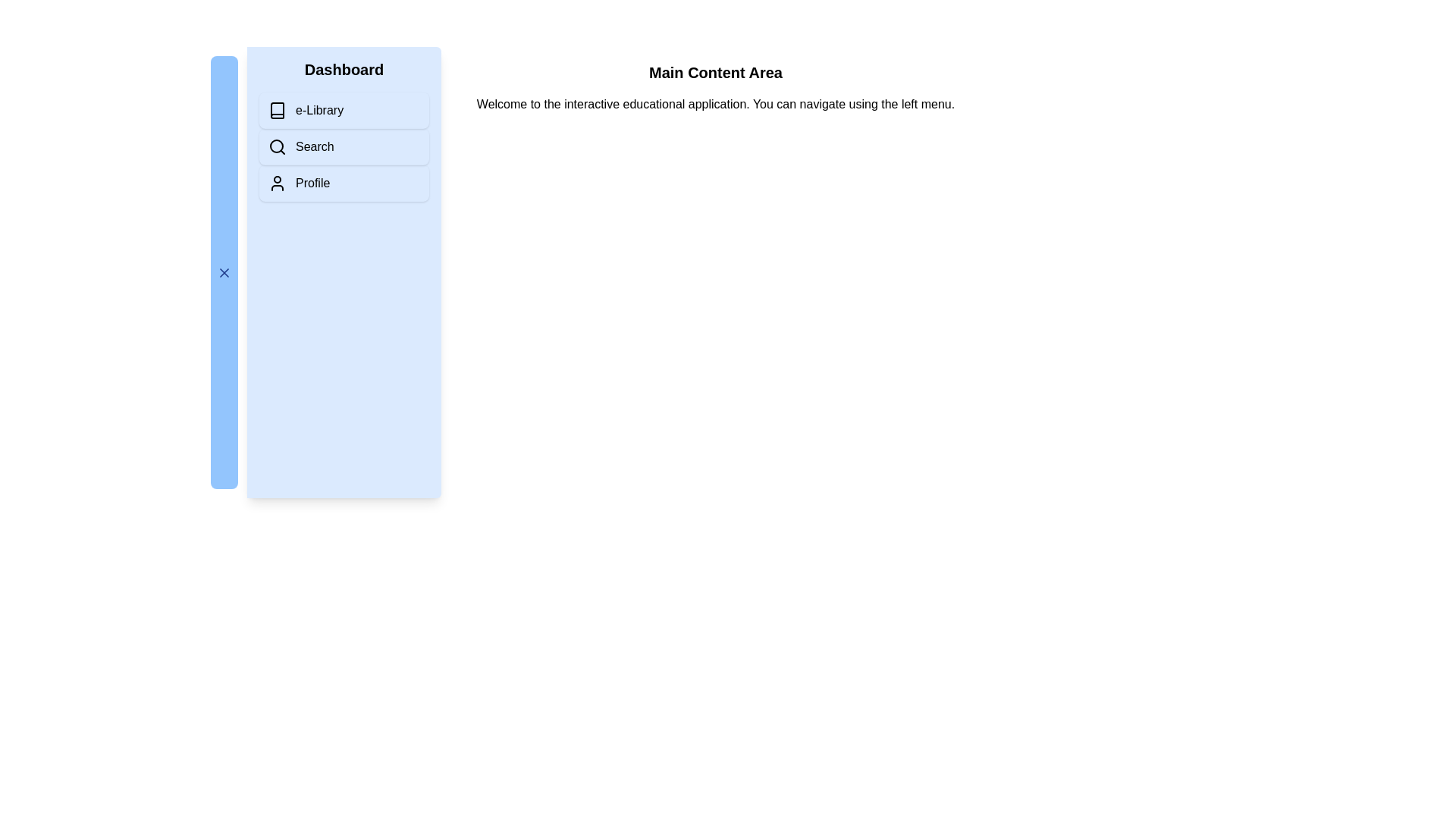 Image resolution: width=1456 pixels, height=819 pixels. What do you see at coordinates (277, 146) in the screenshot?
I see `the search icon, which is a magnifying glass outlined in black, located in the sidebar menu labeled 'Search'` at bounding box center [277, 146].